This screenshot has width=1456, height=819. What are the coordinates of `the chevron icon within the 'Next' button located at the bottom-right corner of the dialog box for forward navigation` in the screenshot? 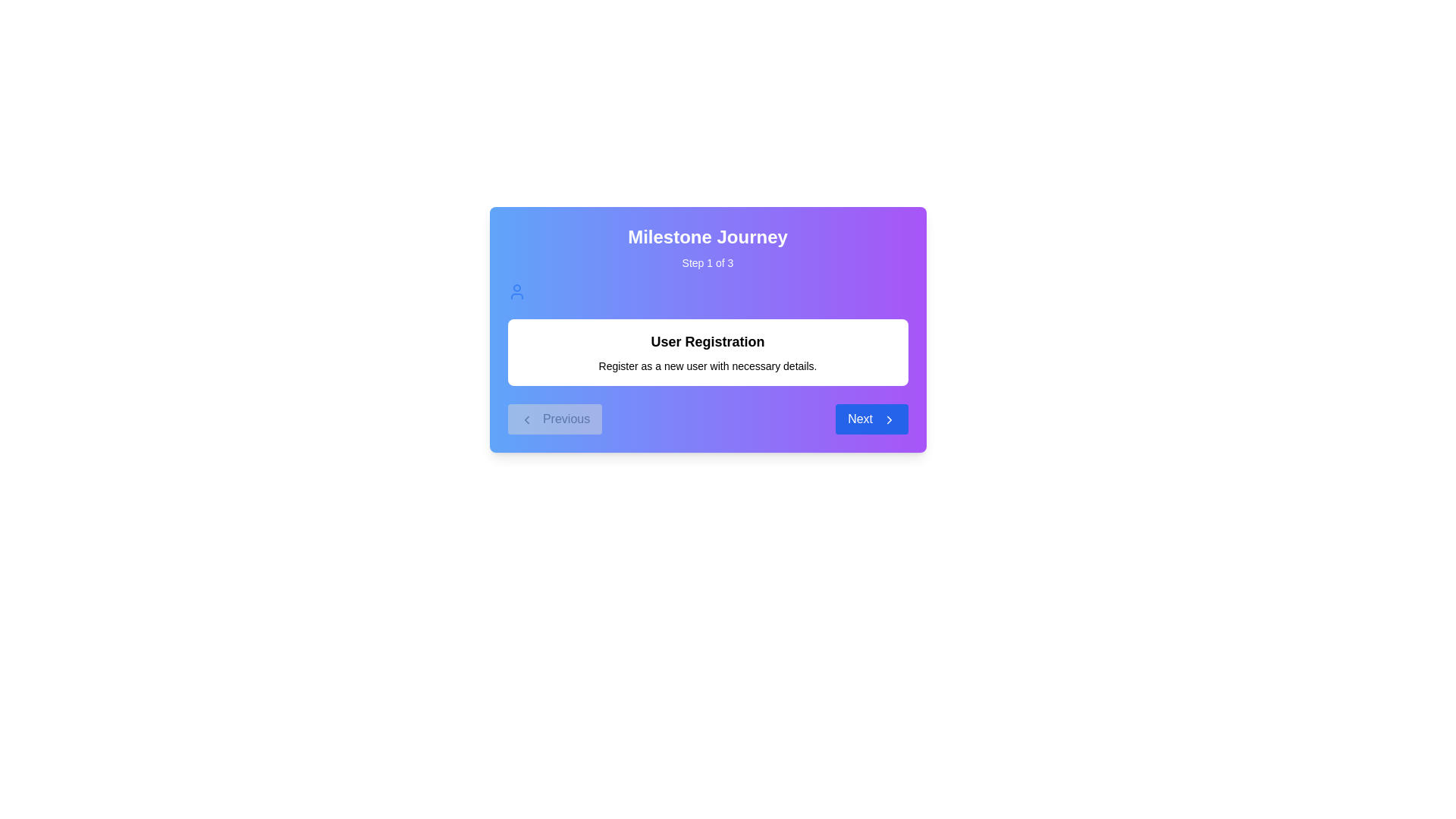 It's located at (889, 419).